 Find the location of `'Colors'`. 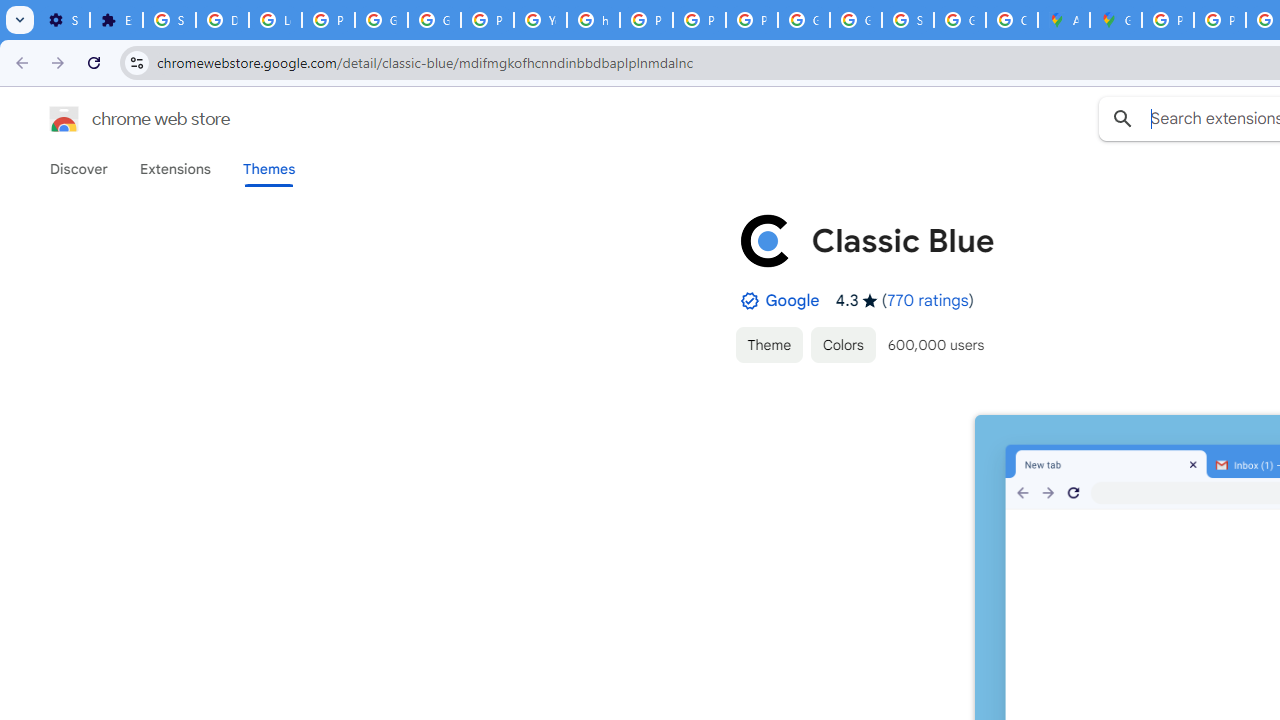

'Colors' is located at coordinates (843, 343).